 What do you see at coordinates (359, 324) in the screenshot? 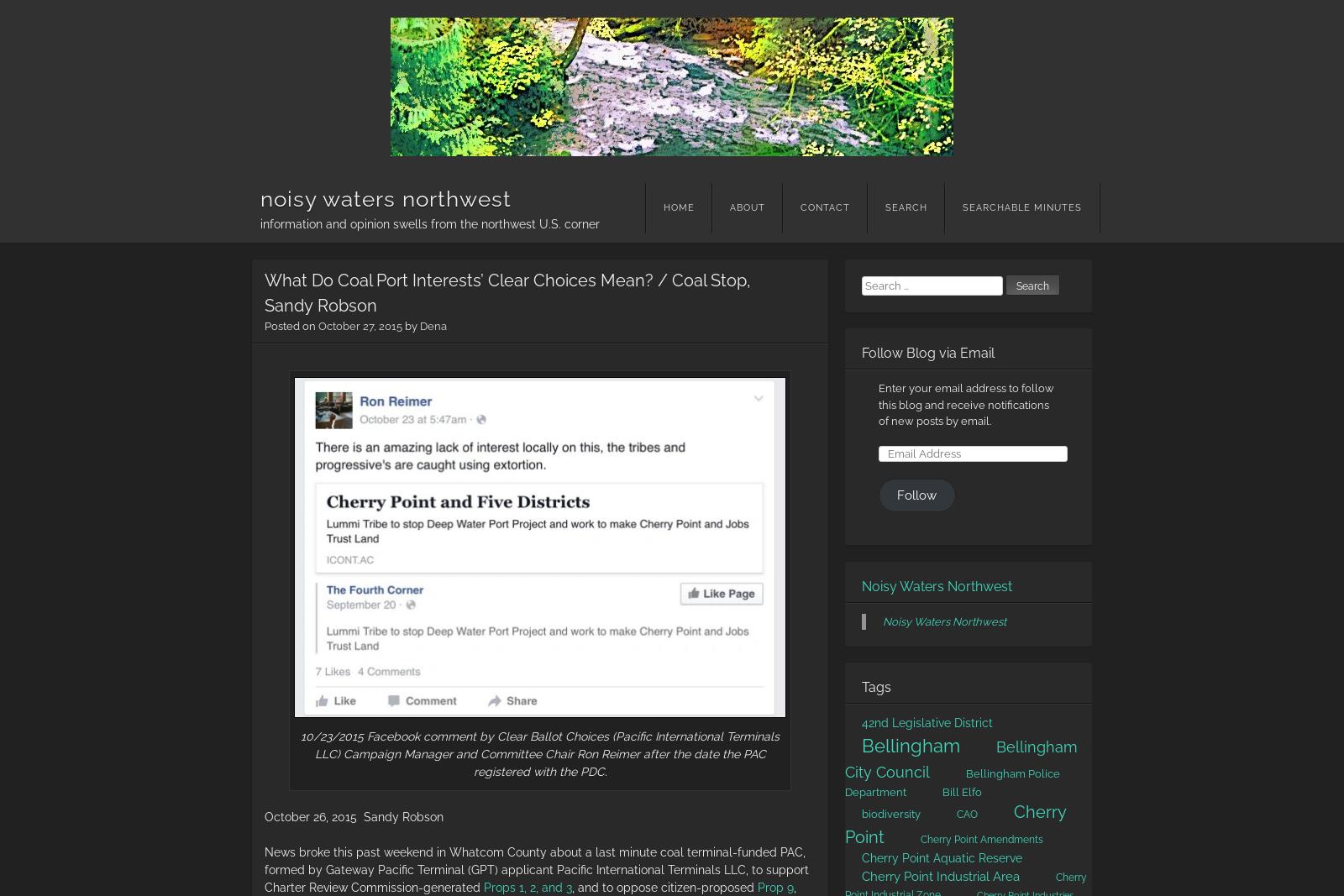
I see `'October 27, 2015'` at bounding box center [359, 324].